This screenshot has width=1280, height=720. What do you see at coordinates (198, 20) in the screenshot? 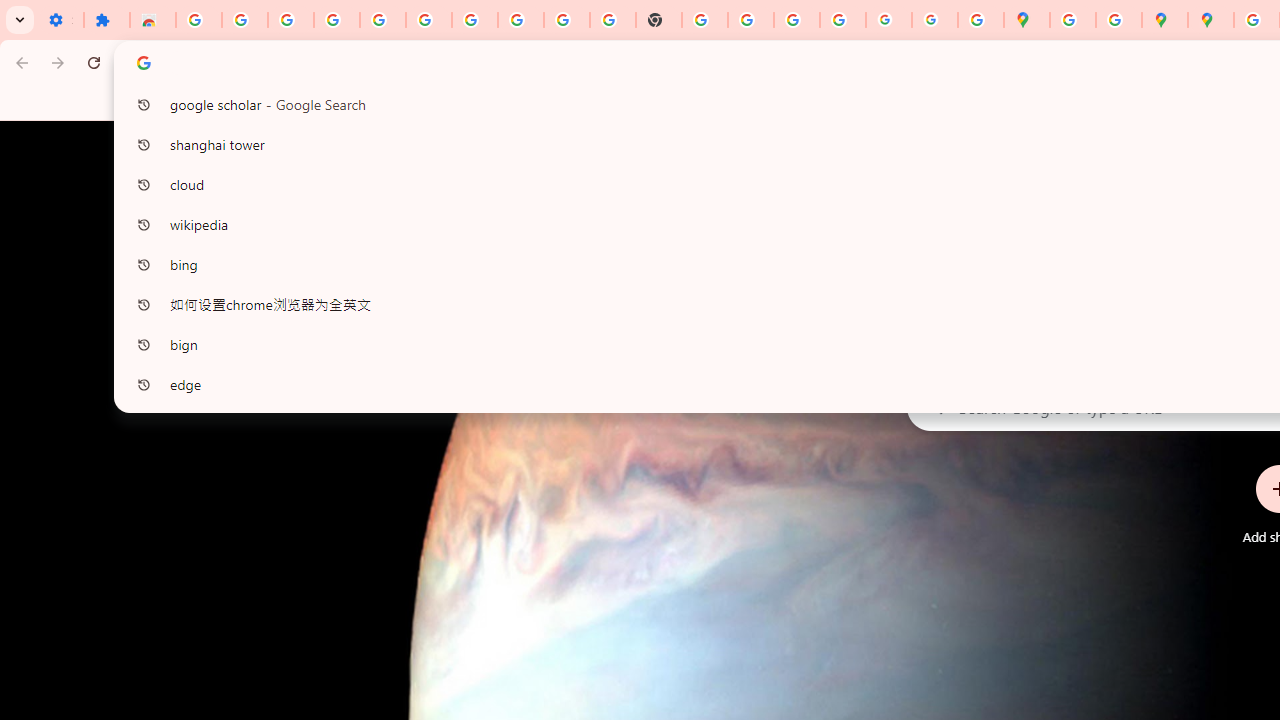
I see `'Sign in - Google Accounts'` at bounding box center [198, 20].